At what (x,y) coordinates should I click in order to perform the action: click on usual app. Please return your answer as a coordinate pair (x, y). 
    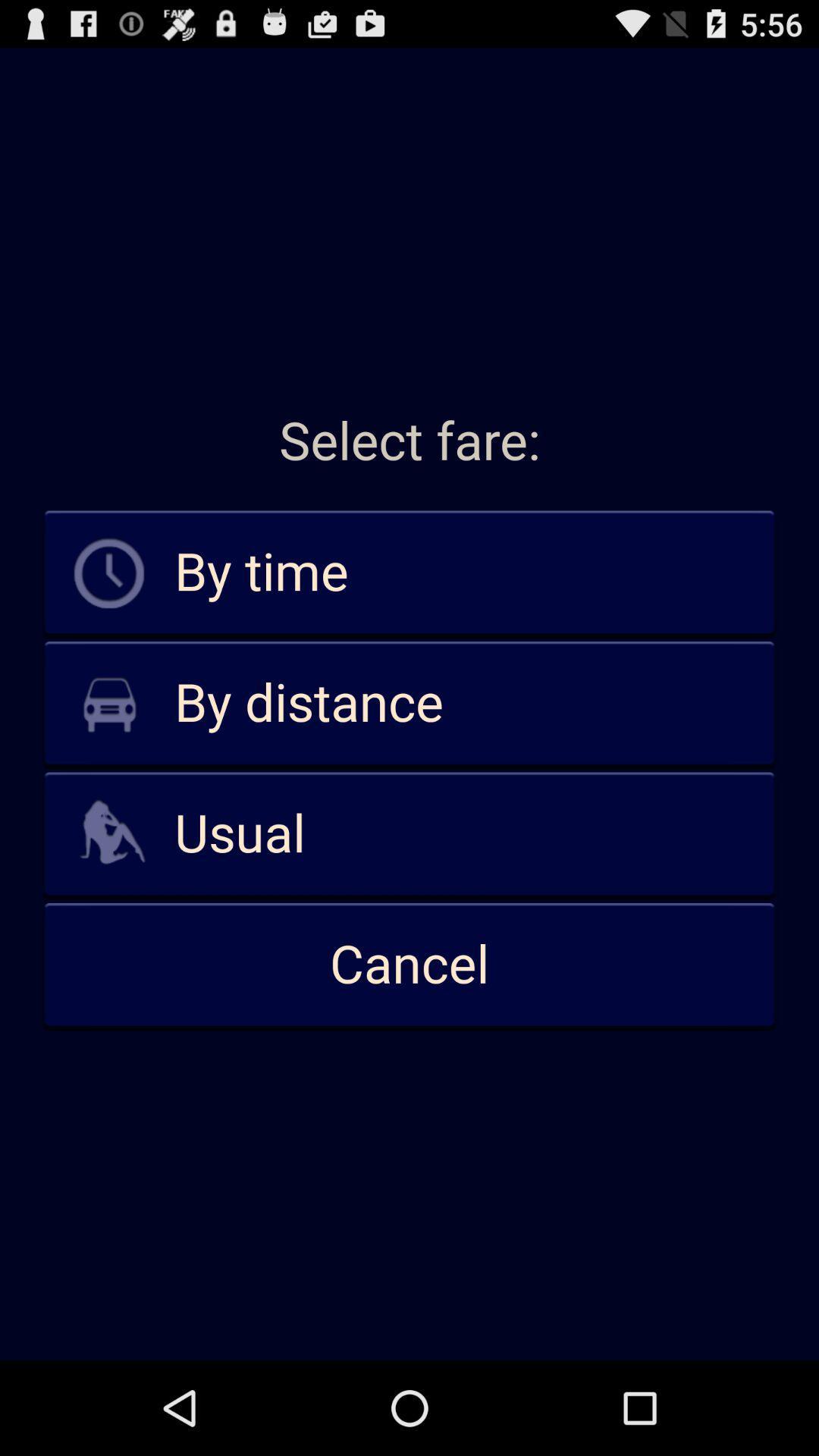
    Looking at the image, I should click on (409, 833).